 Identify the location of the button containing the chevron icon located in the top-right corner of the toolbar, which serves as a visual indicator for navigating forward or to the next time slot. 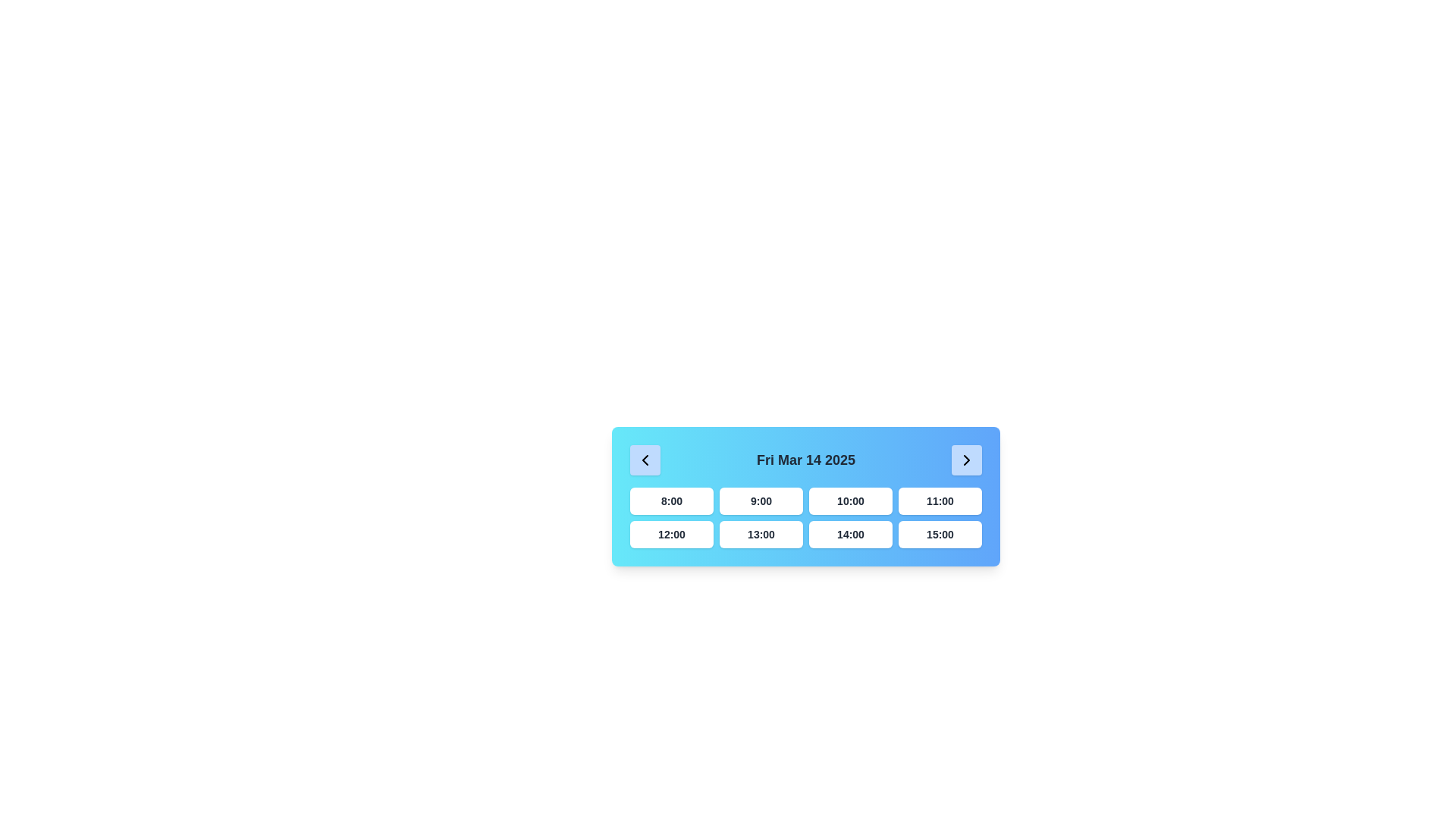
(965, 459).